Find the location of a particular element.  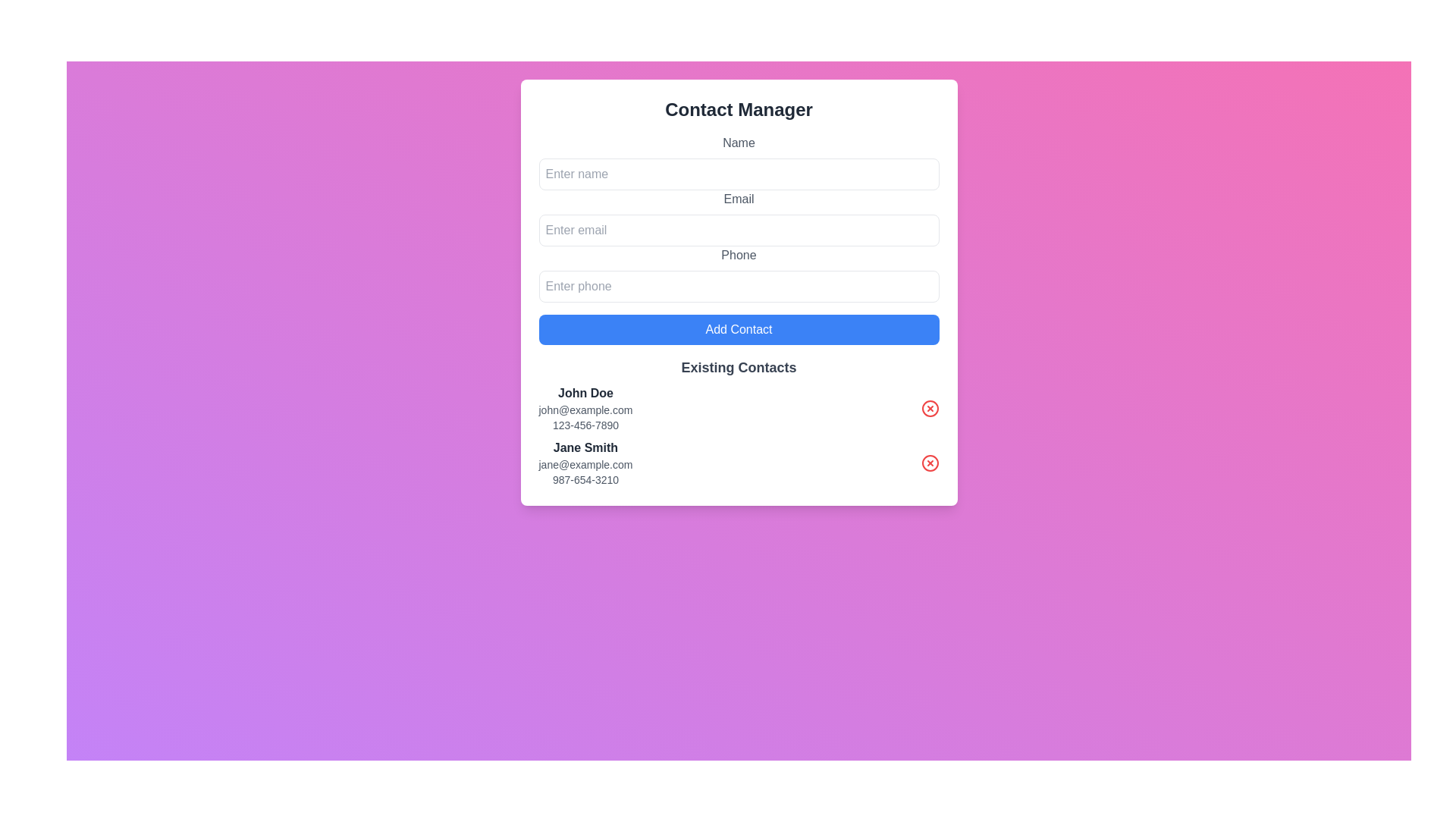

the topmost contact entry is located at coordinates (585, 408).